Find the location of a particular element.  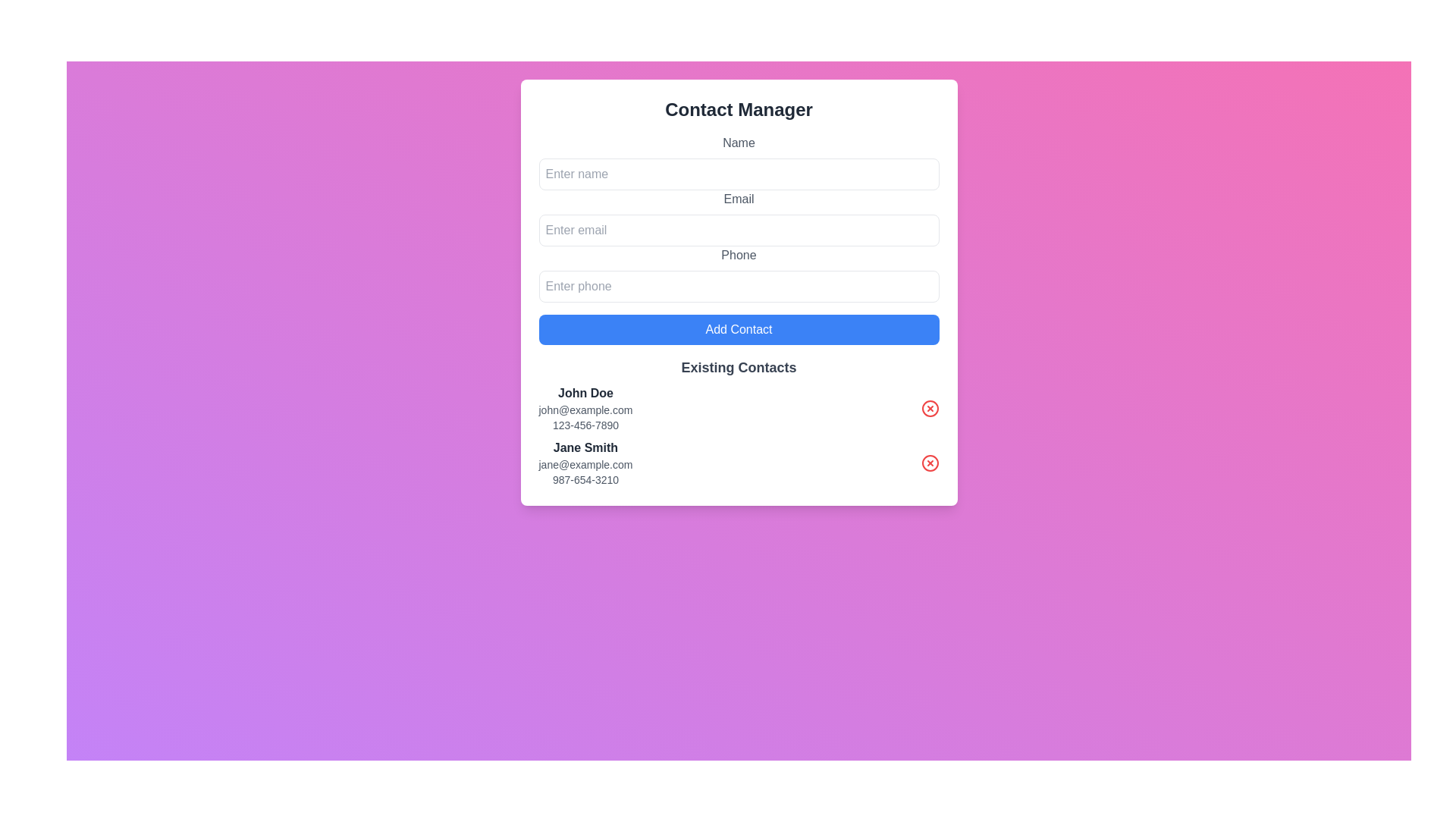

the topmost contact entry is located at coordinates (585, 408).